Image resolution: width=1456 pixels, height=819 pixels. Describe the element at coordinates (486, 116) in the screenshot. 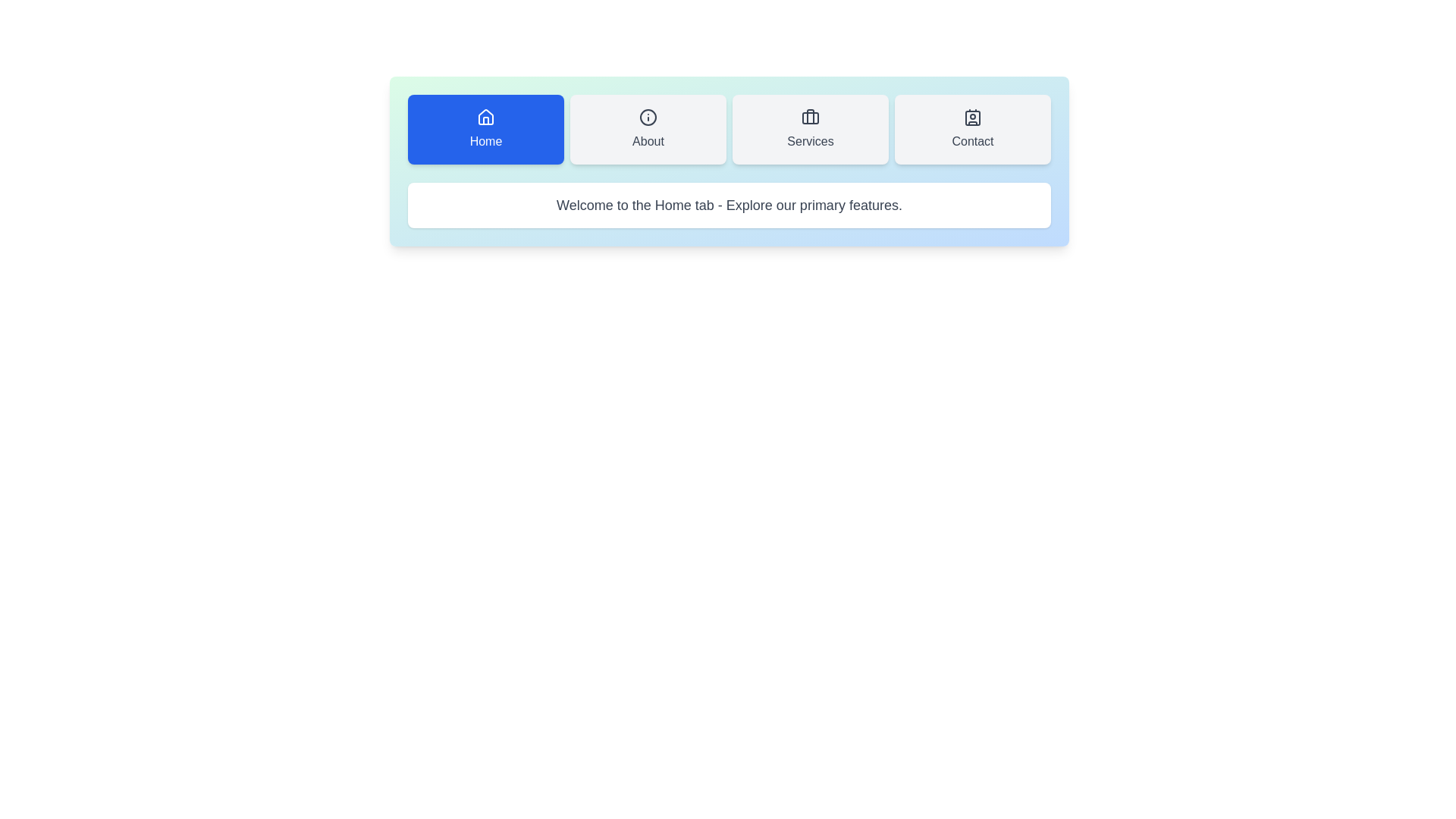

I see `the house icon located` at that location.